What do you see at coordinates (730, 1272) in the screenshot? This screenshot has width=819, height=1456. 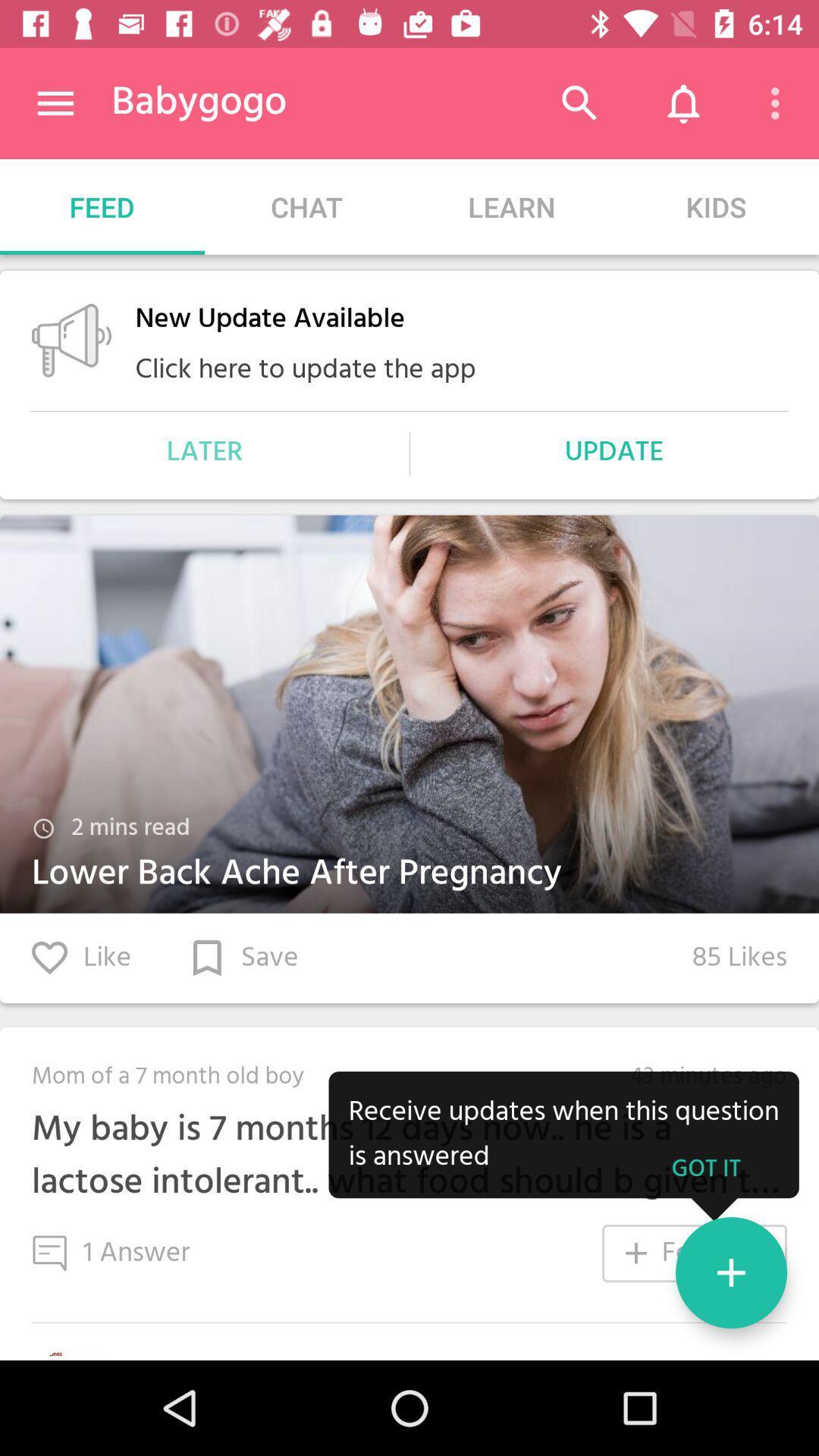 I see `the add icon` at bounding box center [730, 1272].